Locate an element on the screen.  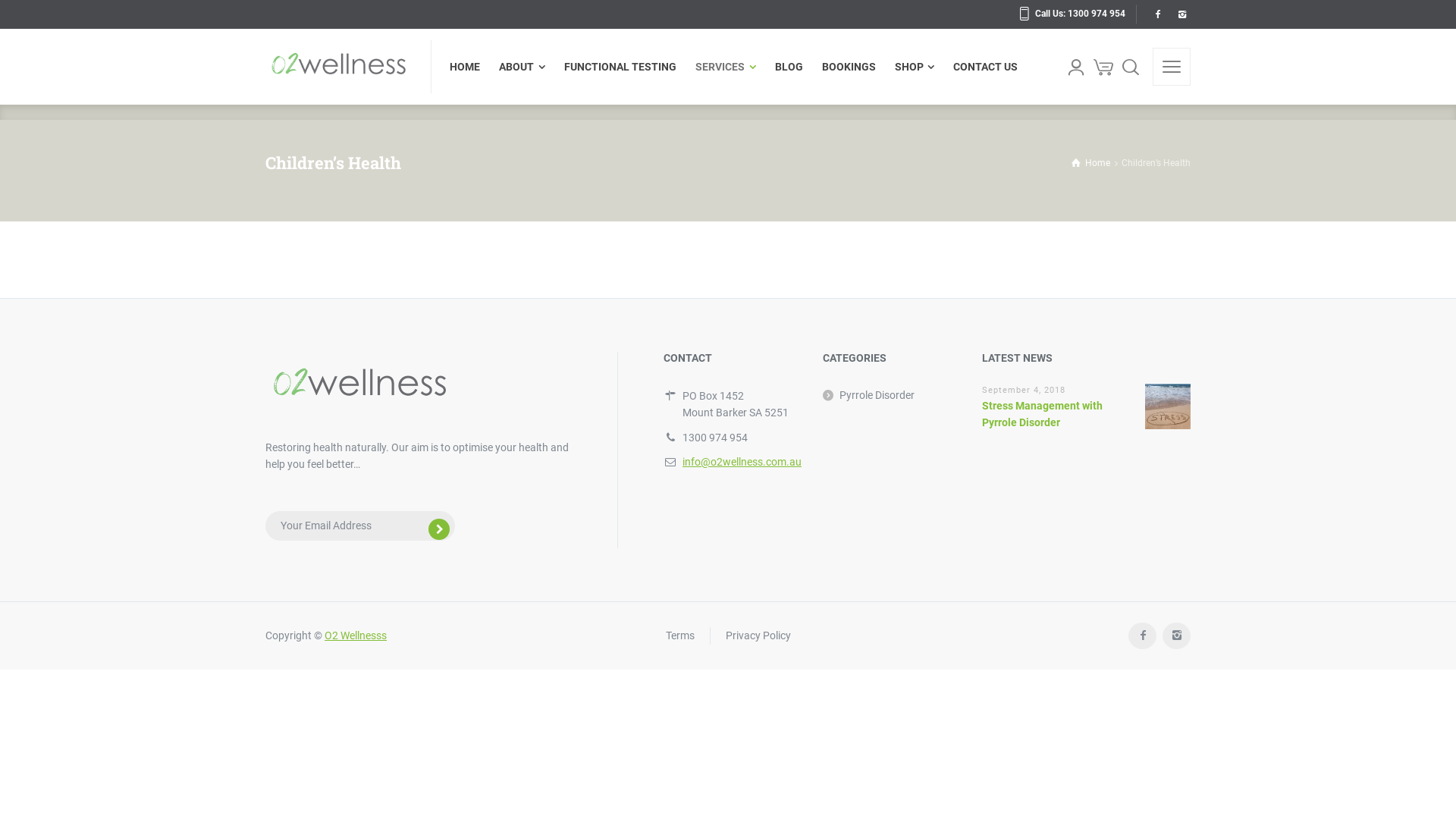
'Home' is located at coordinates (1090, 163).